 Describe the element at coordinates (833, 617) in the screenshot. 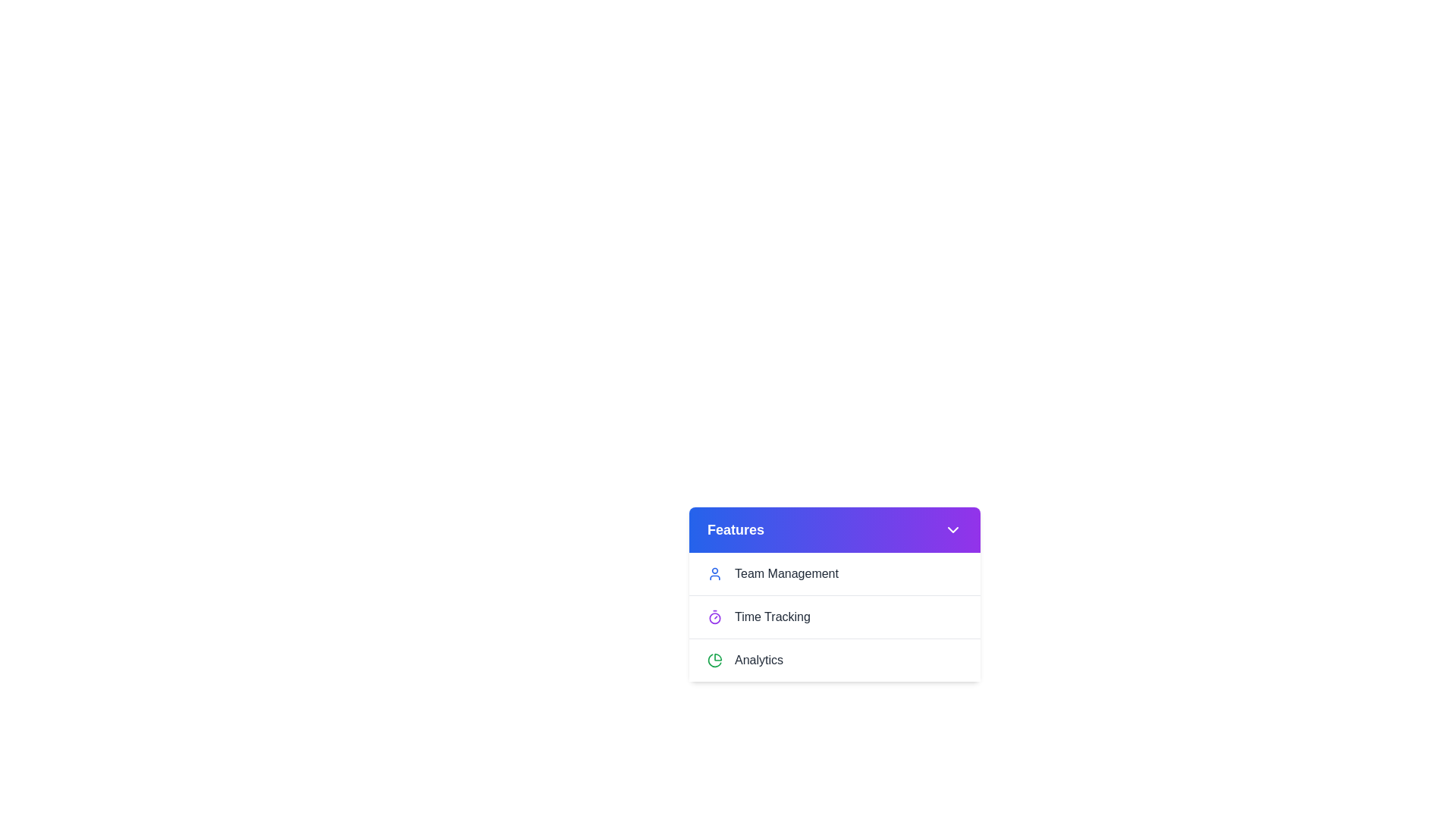

I see `the menu item 'Time Tracking' by clicking on it` at that location.